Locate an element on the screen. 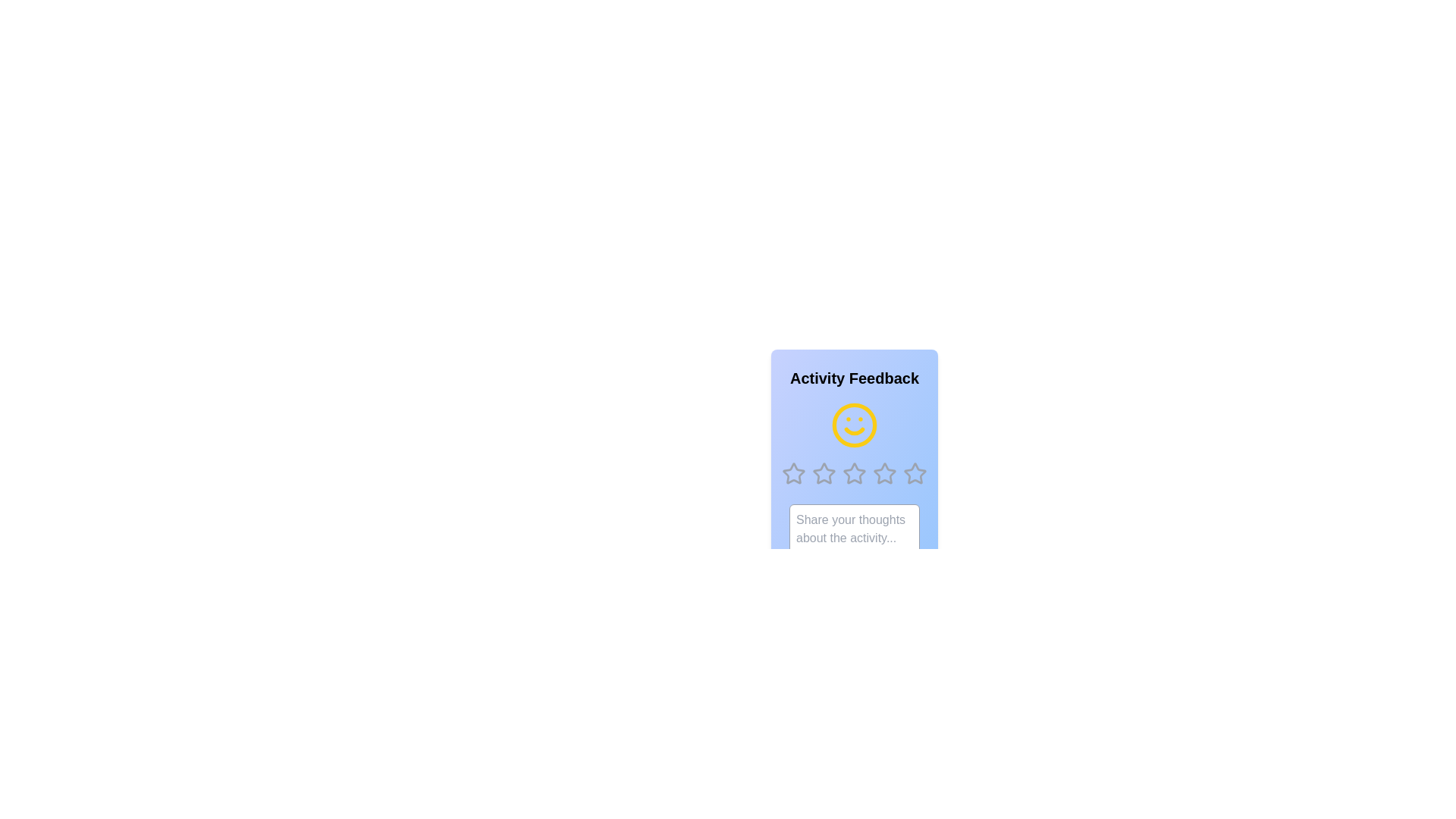  the third star-shaped icon in the star rating component located below the text 'Activity Feedback' is located at coordinates (855, 472).